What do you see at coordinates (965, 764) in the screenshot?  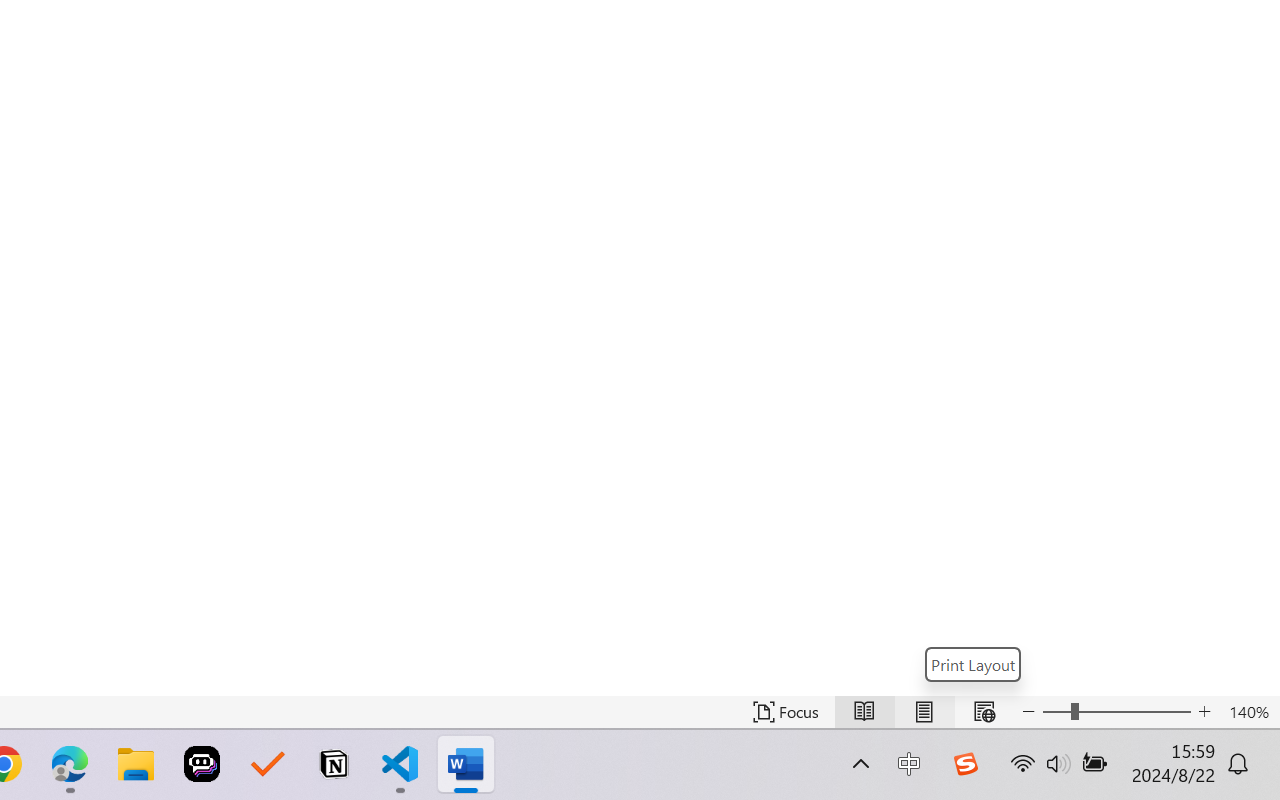 I see `'Class: Image'` at bounding box center [965, 764].